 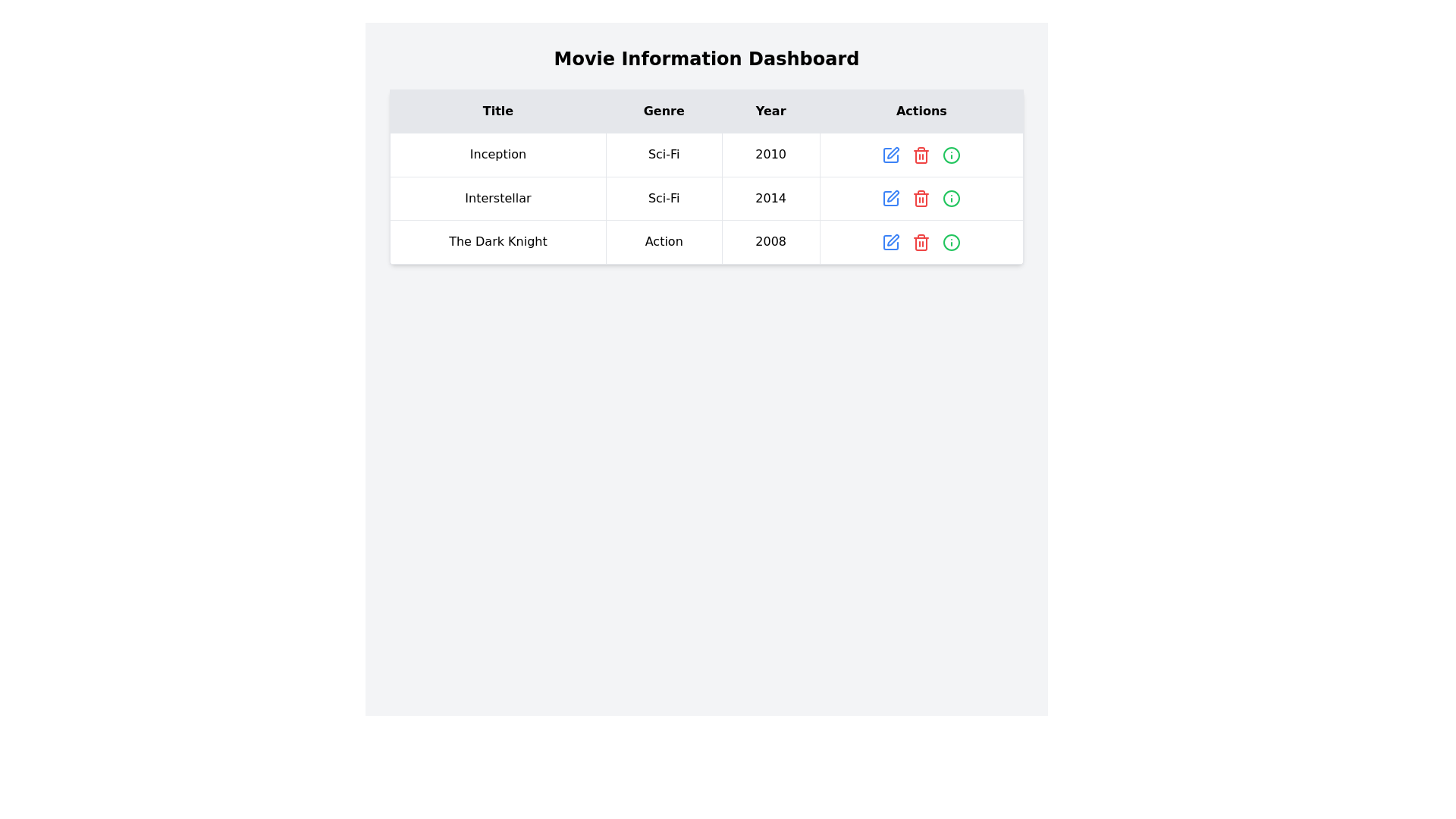 What do you see at coordinates (921, 241) in the screenshot?
I see `the delete button located in the rightmost column of the third row of actions in the table` at bounding box center [921, 241].